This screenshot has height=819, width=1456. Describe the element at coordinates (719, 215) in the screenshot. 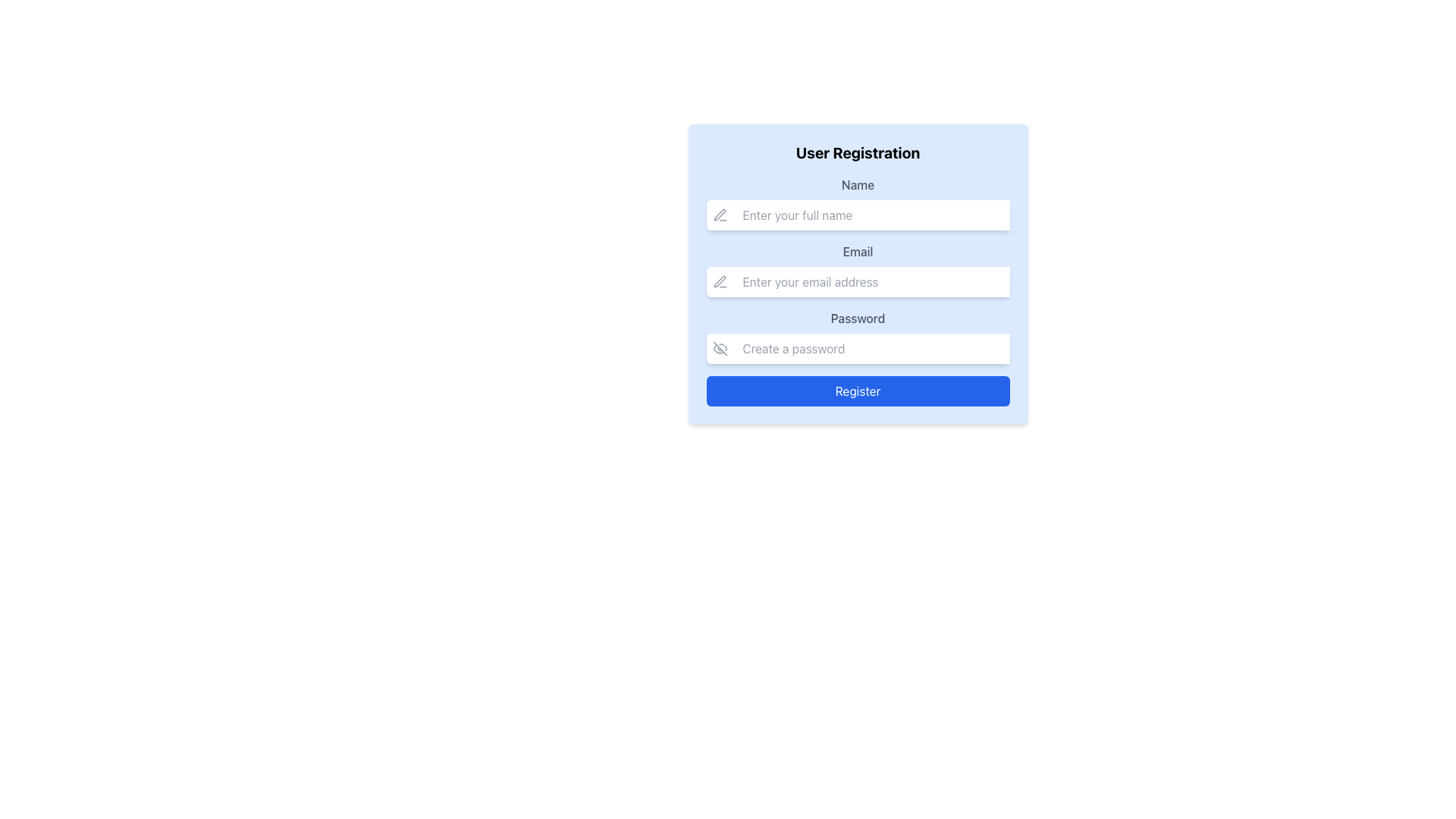

I see `the minimalist pen icon located to the left of the 'Name' input field within the user registration card interface` at that location.